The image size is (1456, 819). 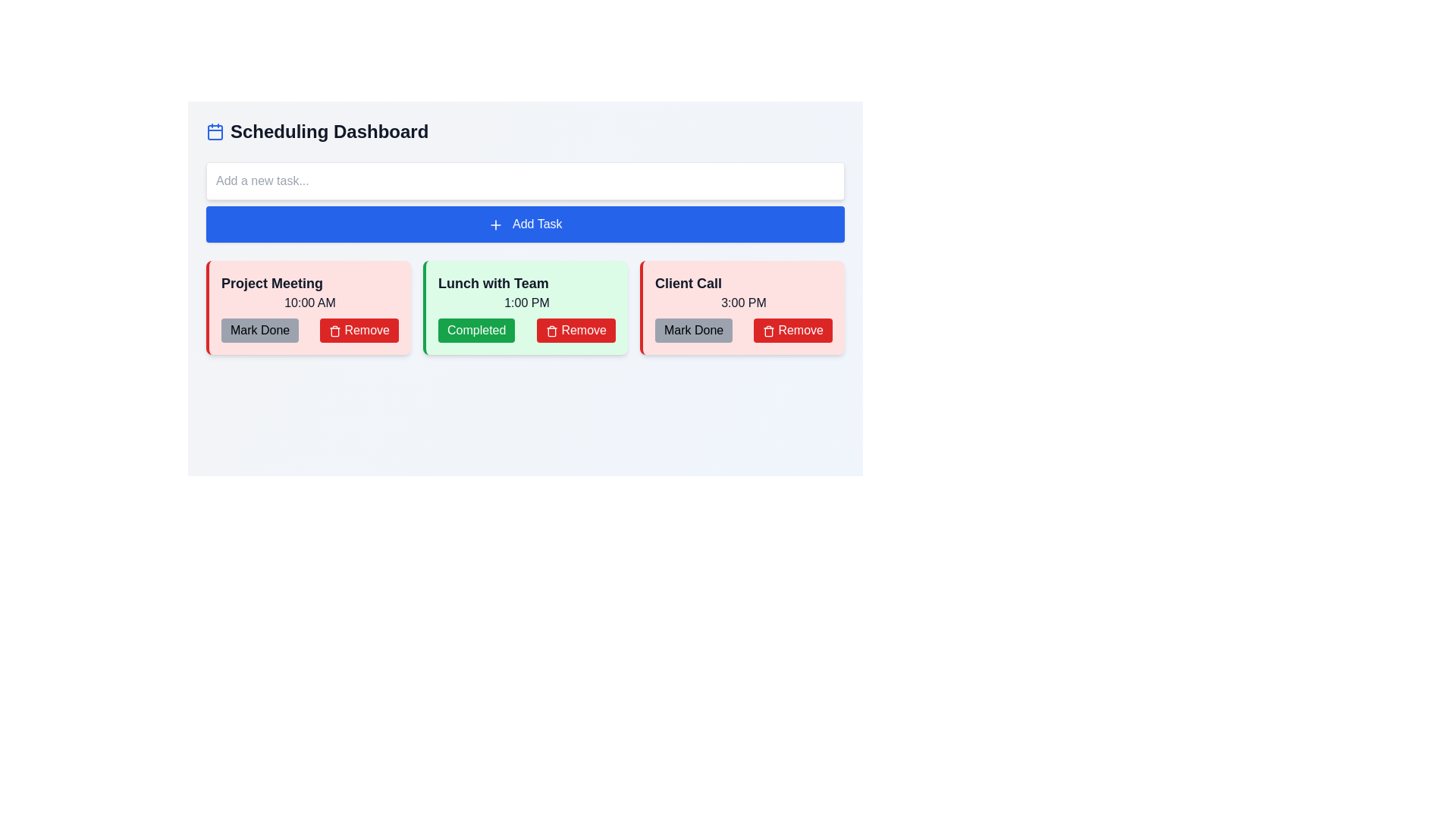 I want to click on the 'Project Meeting' text label for accessibility interaction, so click(x=309, y=284).